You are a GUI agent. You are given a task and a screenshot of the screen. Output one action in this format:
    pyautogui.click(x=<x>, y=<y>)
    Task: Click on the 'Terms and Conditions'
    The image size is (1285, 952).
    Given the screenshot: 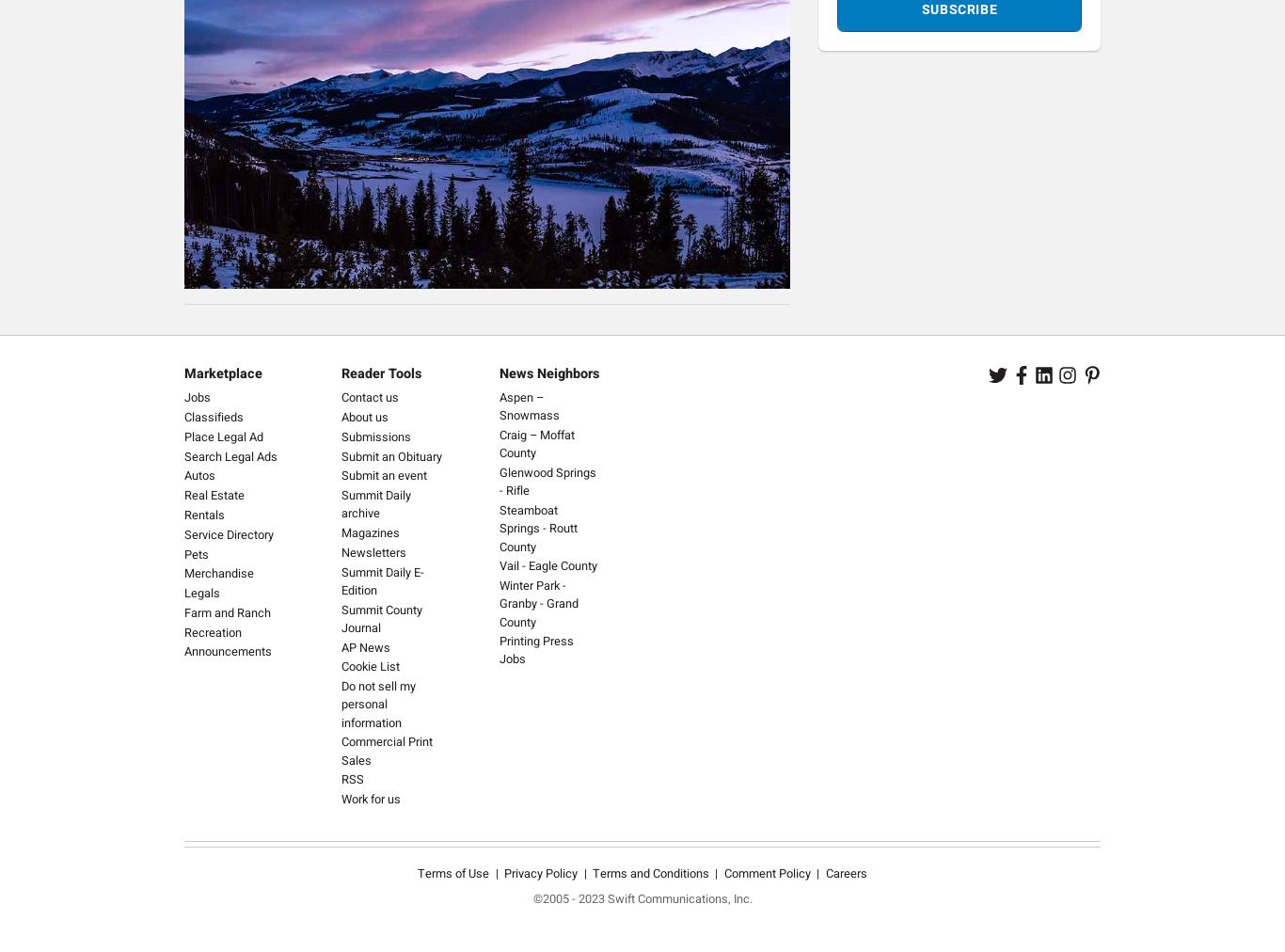 What is the action you would take?
    pyautogui.click(x=651, y=873)
    